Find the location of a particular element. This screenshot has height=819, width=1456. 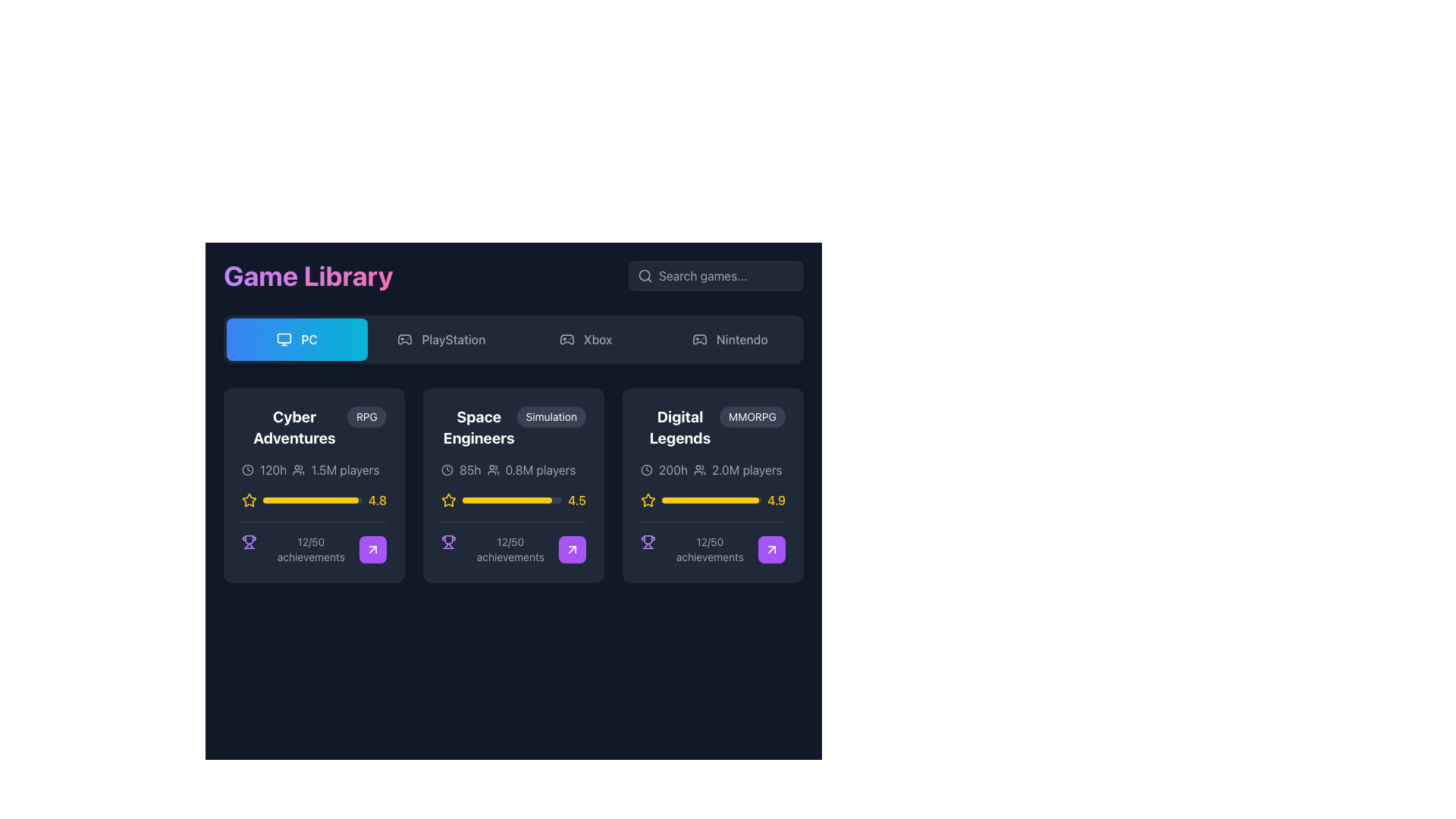

the pill-shaped badge labeled 'Simulation' with white font on a dark gray background, located within the 'Space Engineers' game card, aligned to the right of the game title is located at coordinates (551, 417).